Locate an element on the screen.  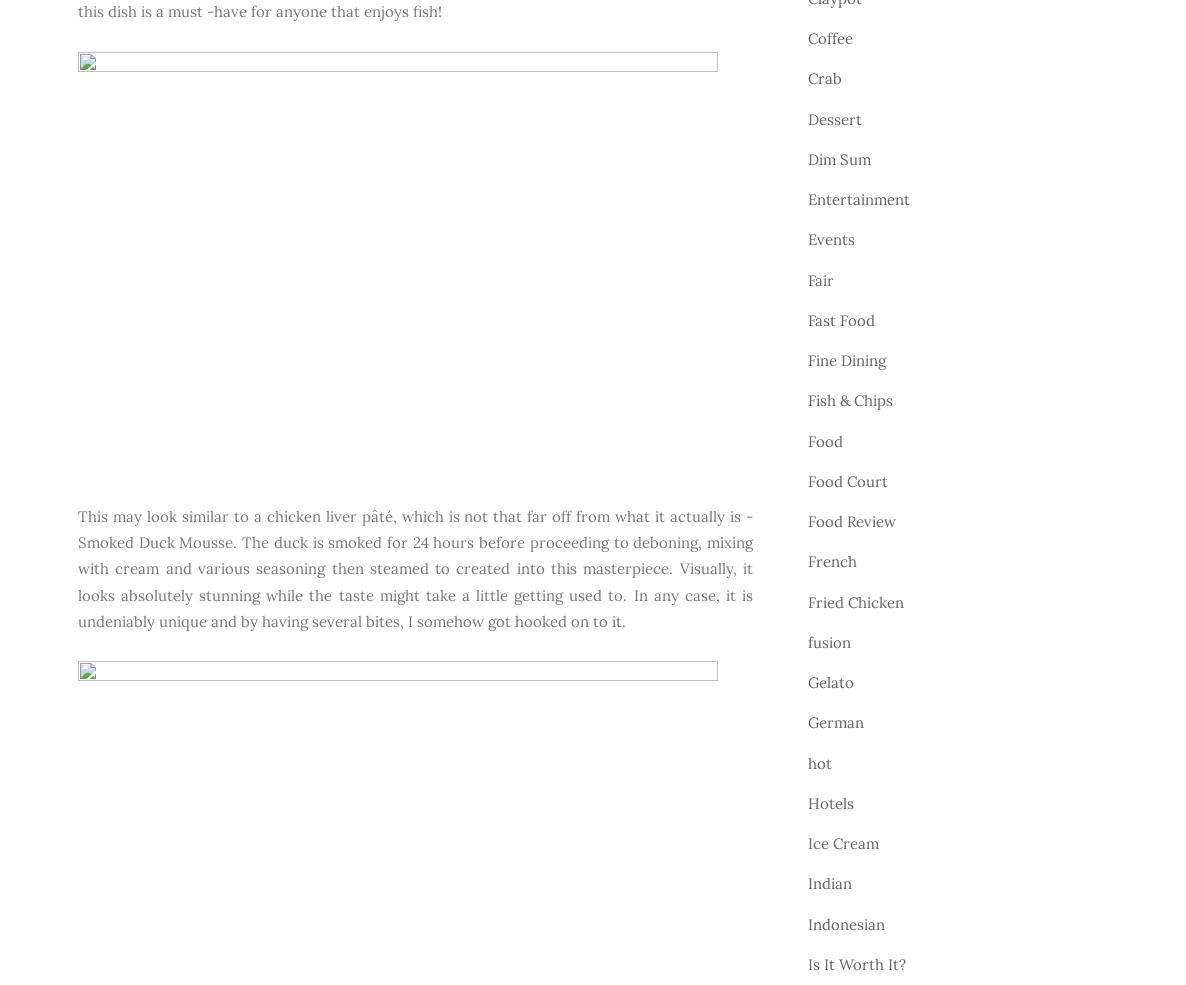
'Fine Dining' is located at coordinates (846, 360).